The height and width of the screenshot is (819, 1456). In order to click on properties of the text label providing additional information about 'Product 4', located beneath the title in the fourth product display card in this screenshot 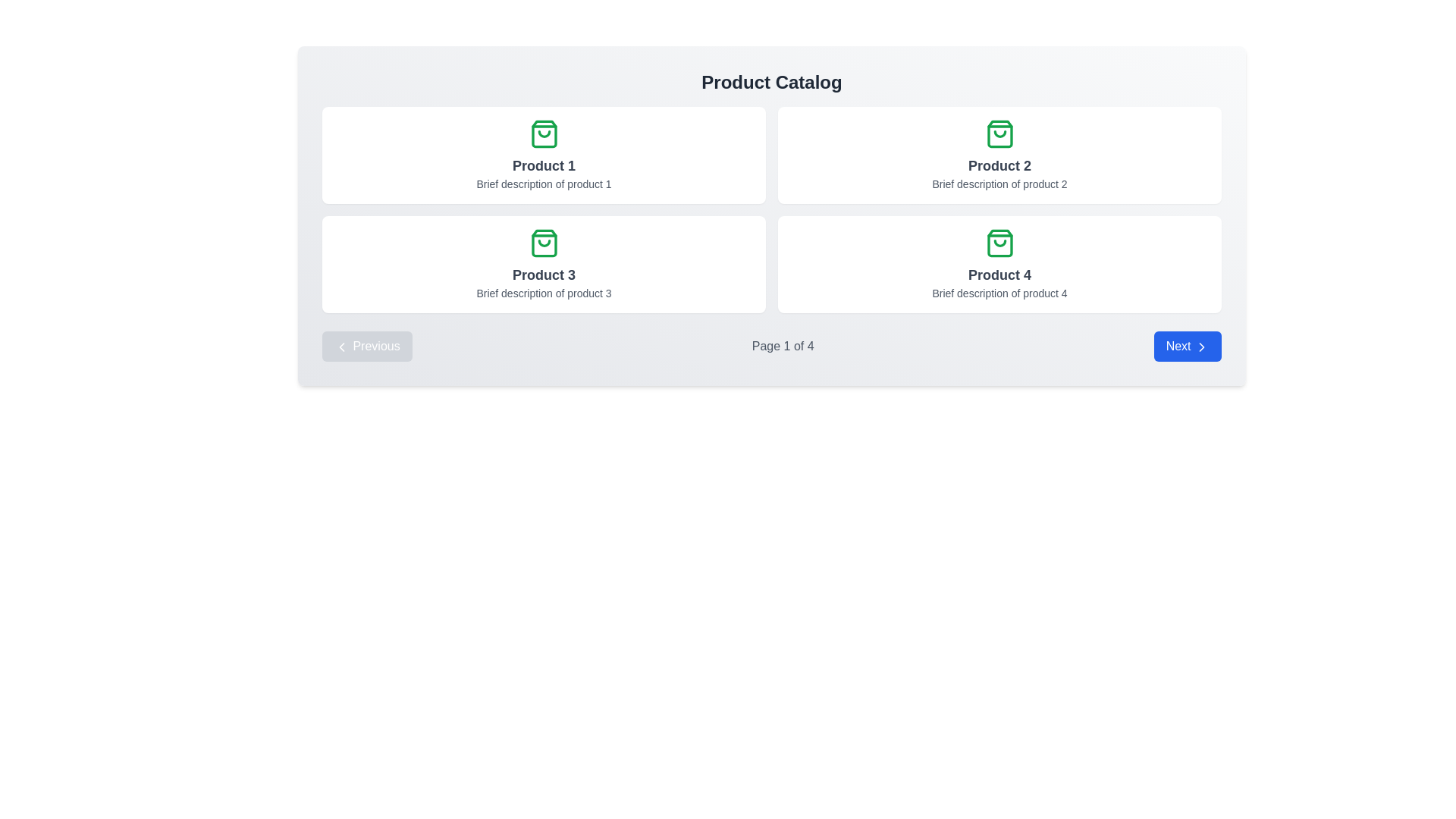, I will do `click(999, 293)`.